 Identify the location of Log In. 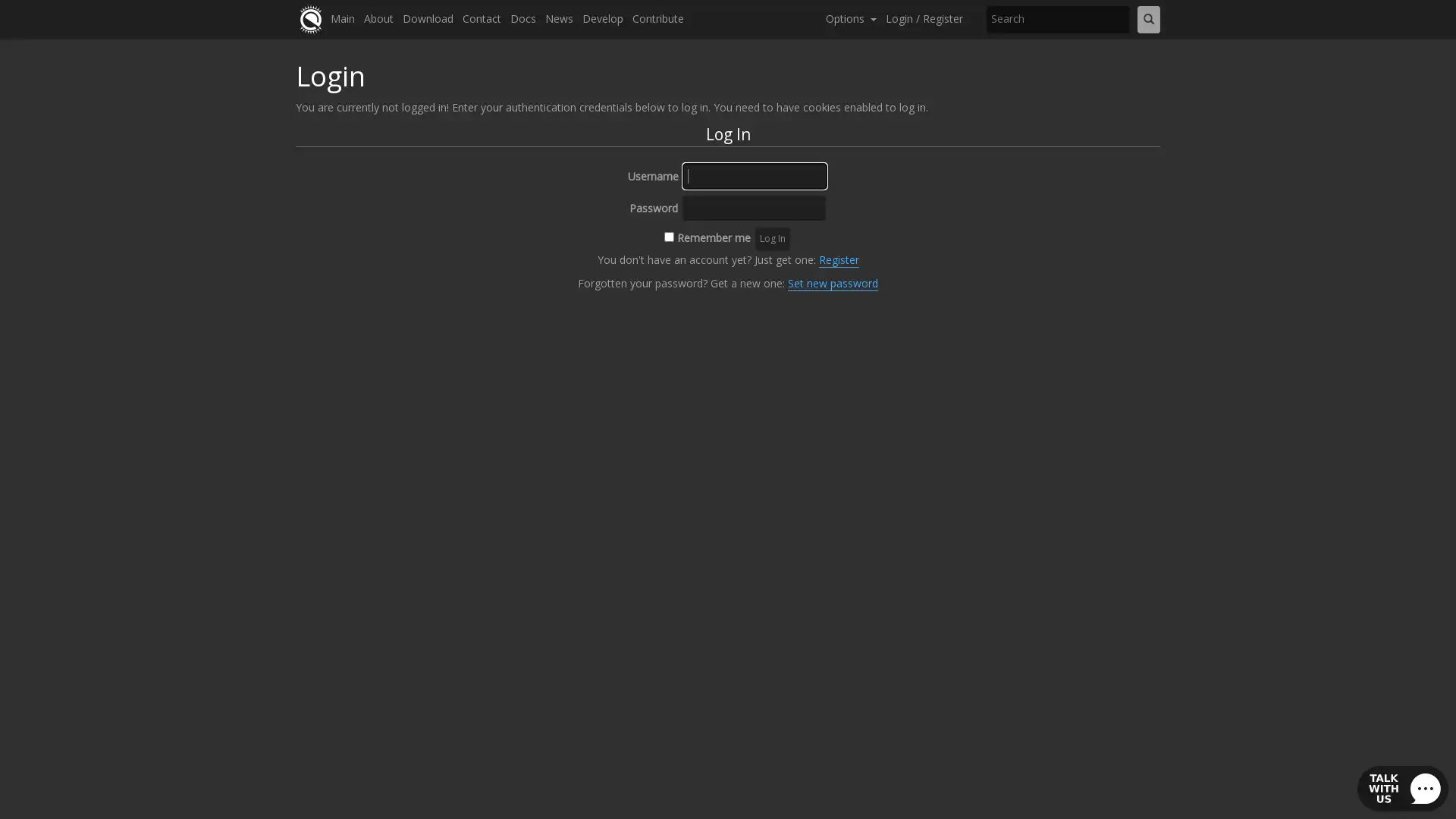
(772, 239).